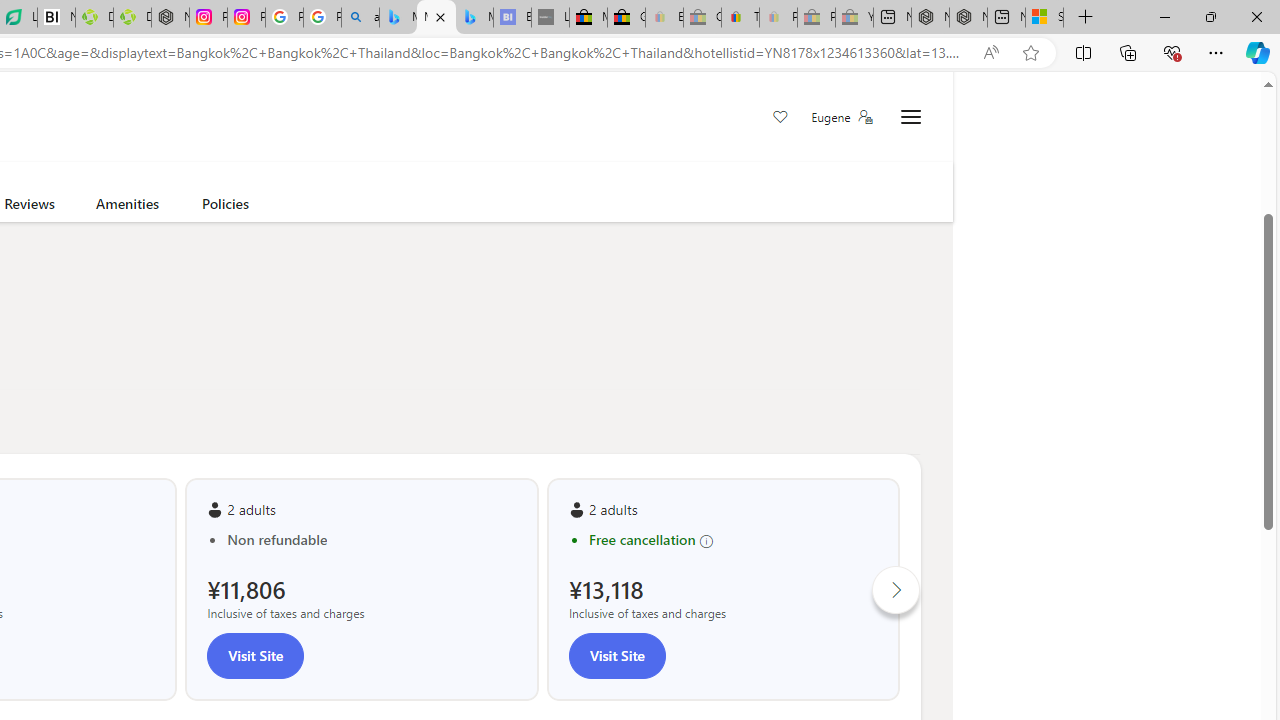  What do you see at coordinates (854, 17) in the screenshot?
I see `'Yard, Garden & Outdoor Living - Sleeping'` at bounding box center [854, 17].